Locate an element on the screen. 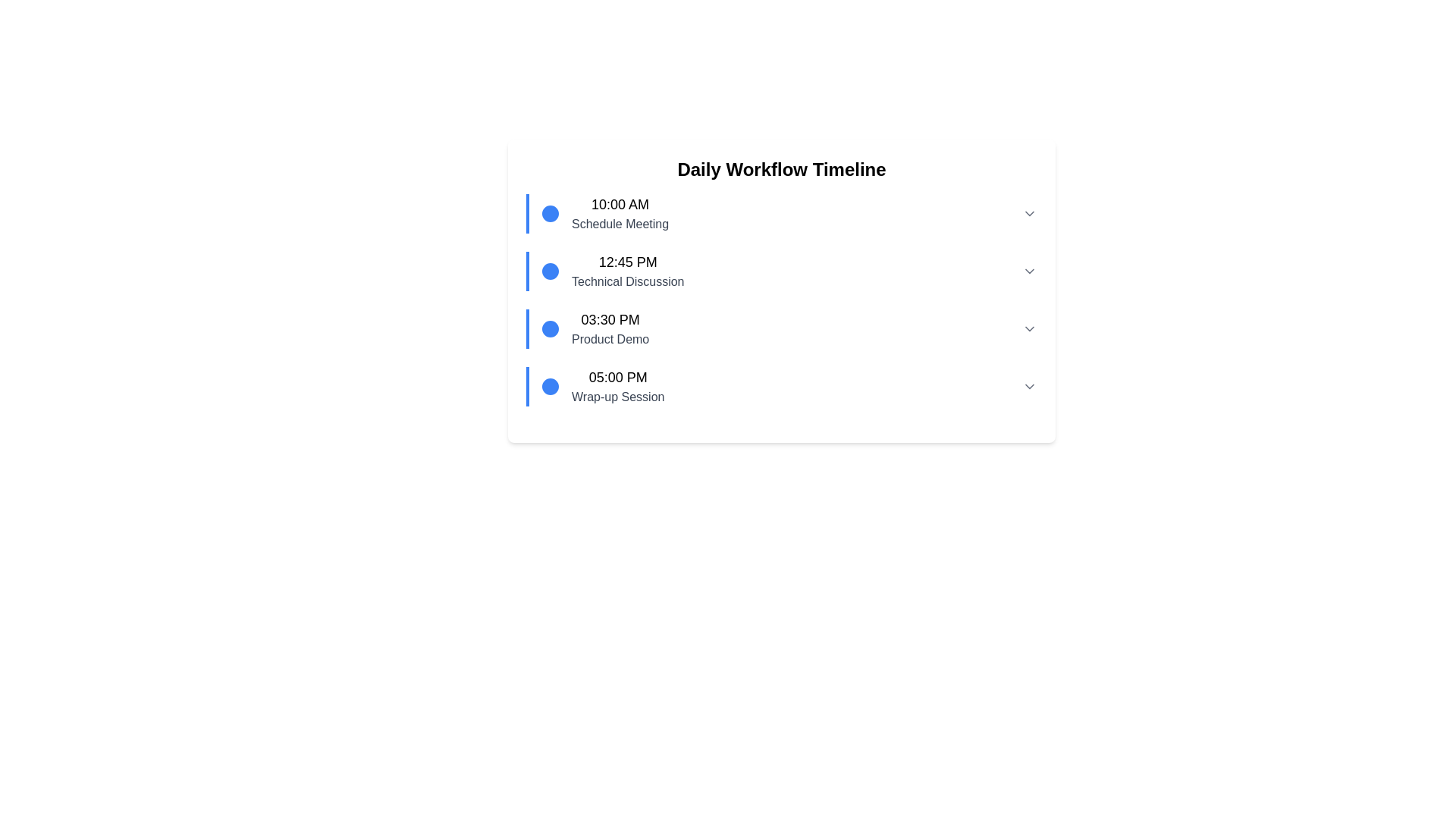  the timeline entry displaying '10:00 AM' and 'Schedule Meeting' is located at coordinates (604, 213).